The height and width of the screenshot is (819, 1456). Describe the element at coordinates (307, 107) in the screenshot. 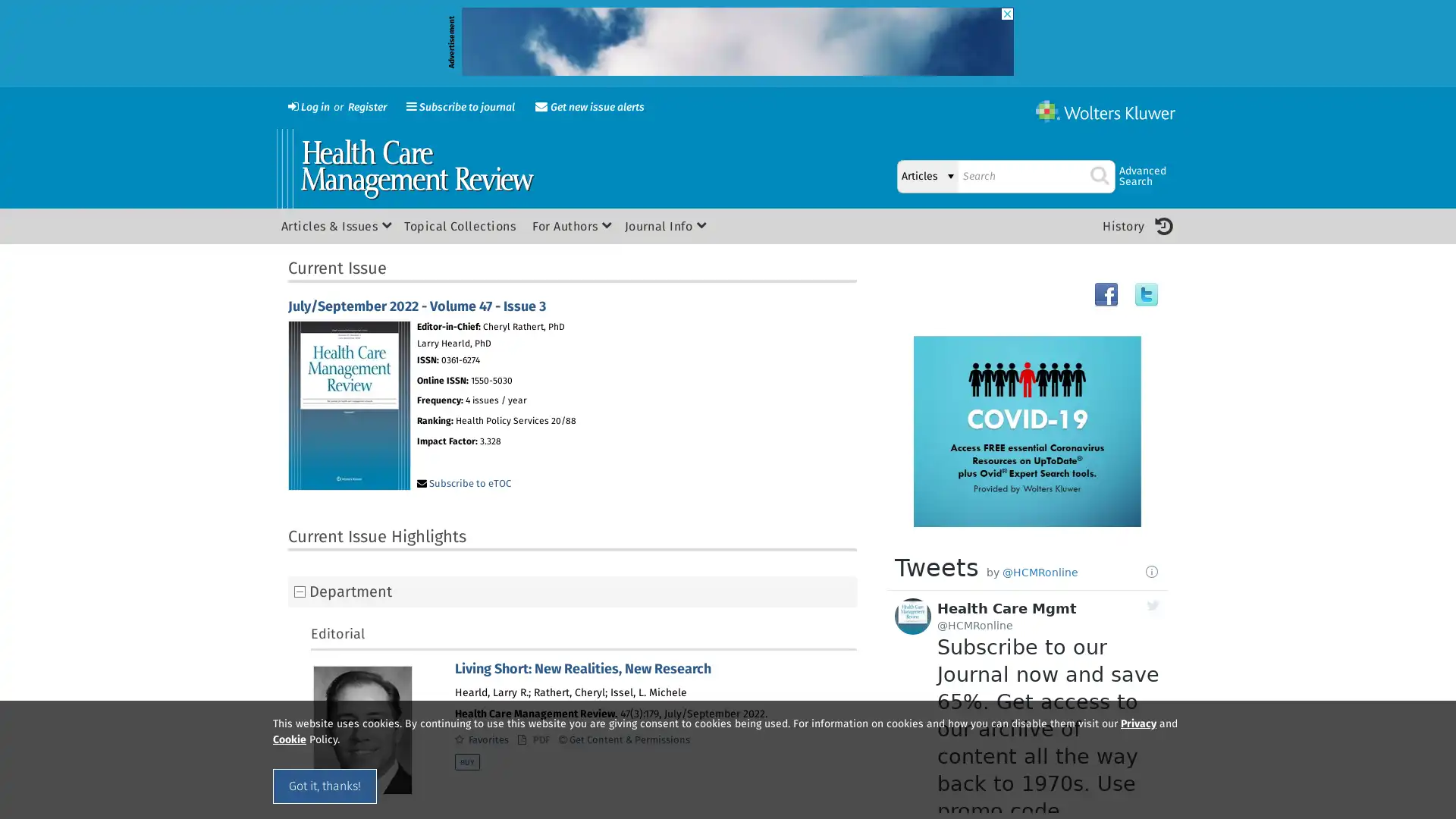

I see `Log in` at that location.